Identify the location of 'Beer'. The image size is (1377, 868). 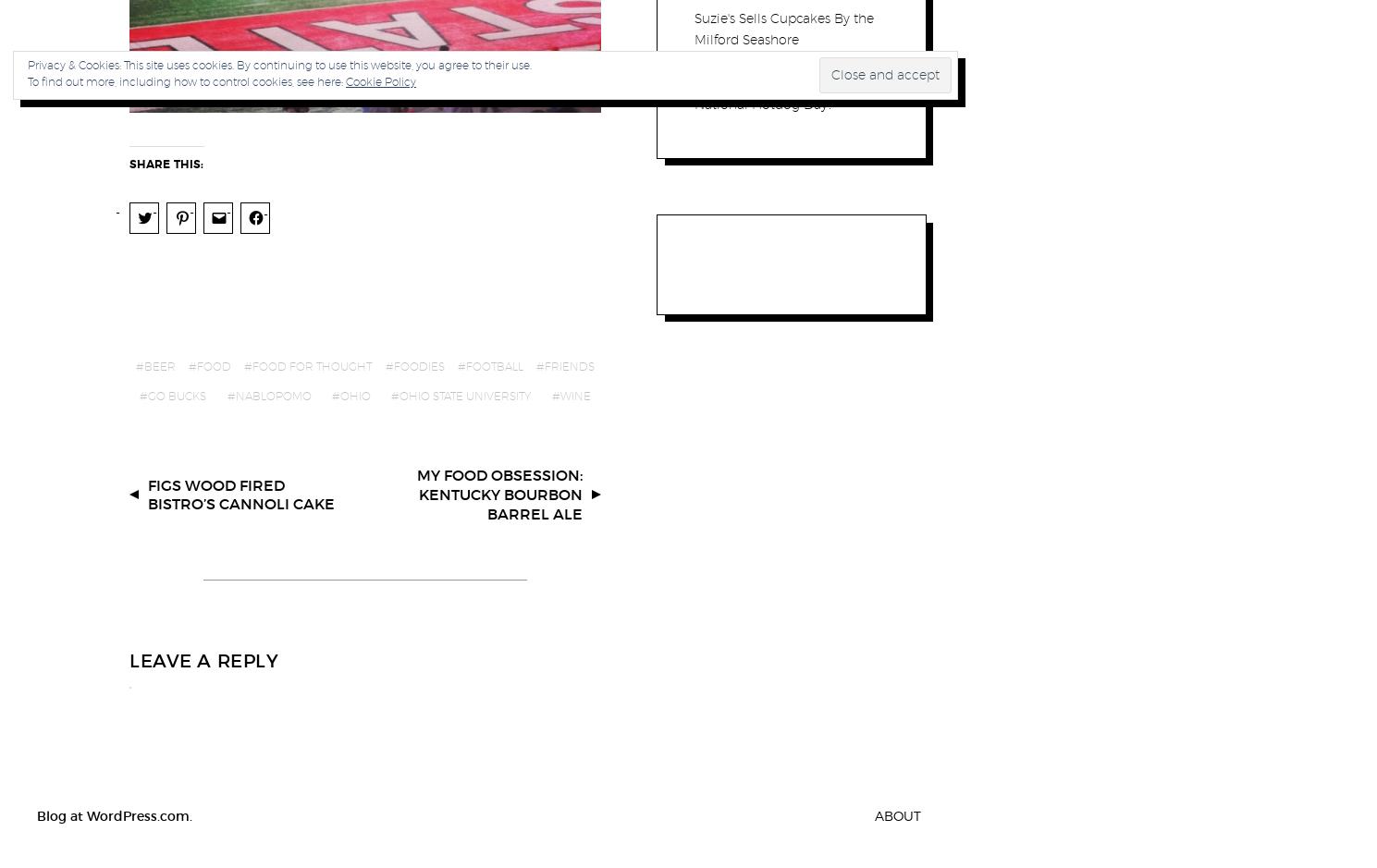
(144, 366).